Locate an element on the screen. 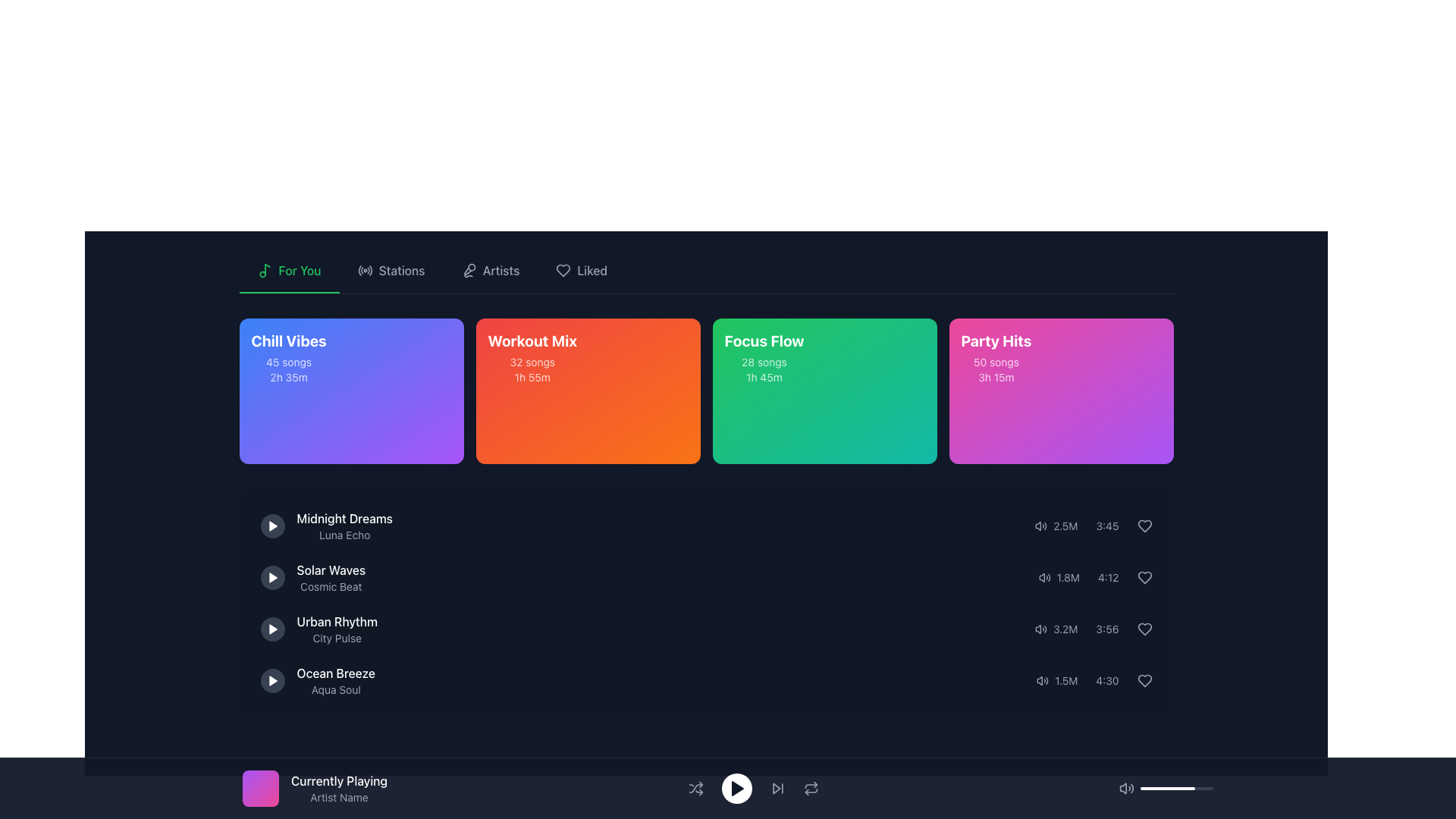 The width and height of the screenshot is (1456, 819). the heart-shaped icon located at the bottom-right section of the interface, aligned with the '4:12' song duration is located at coordinates (1144, 578).